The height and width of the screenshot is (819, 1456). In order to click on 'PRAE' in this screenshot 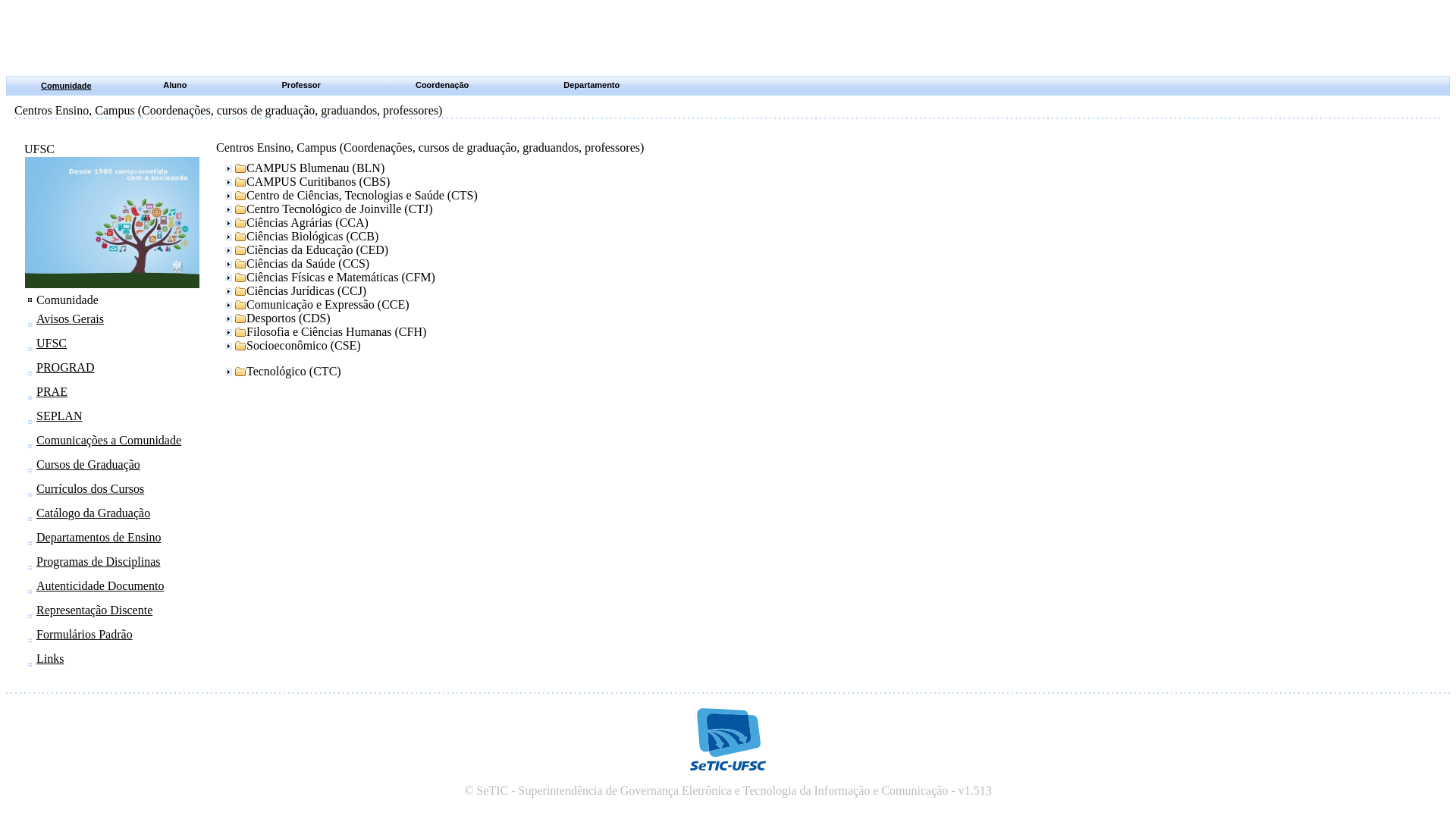, I will do `click(36, 391)`.